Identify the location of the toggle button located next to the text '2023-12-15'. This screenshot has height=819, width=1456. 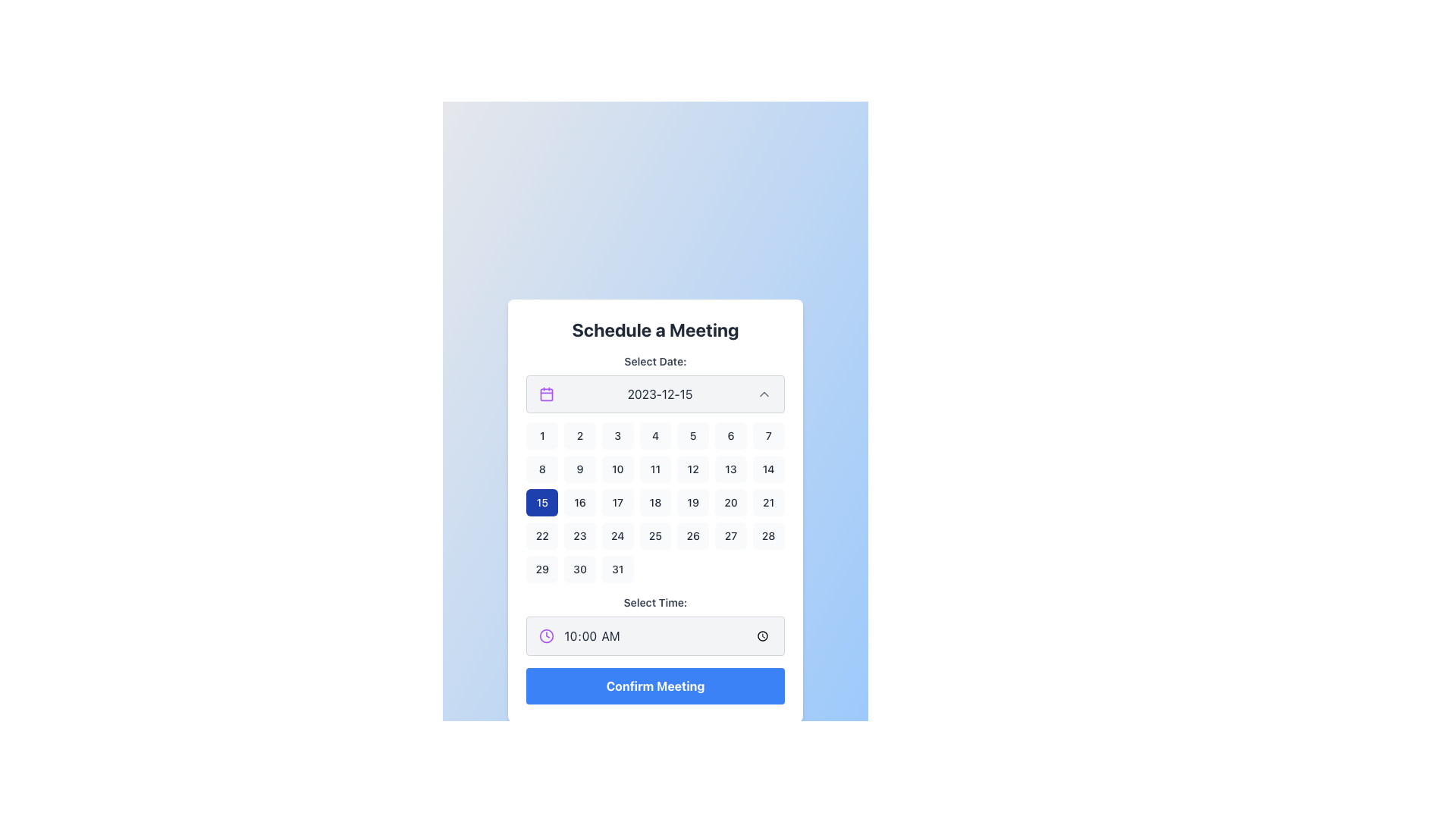
(764, 394).